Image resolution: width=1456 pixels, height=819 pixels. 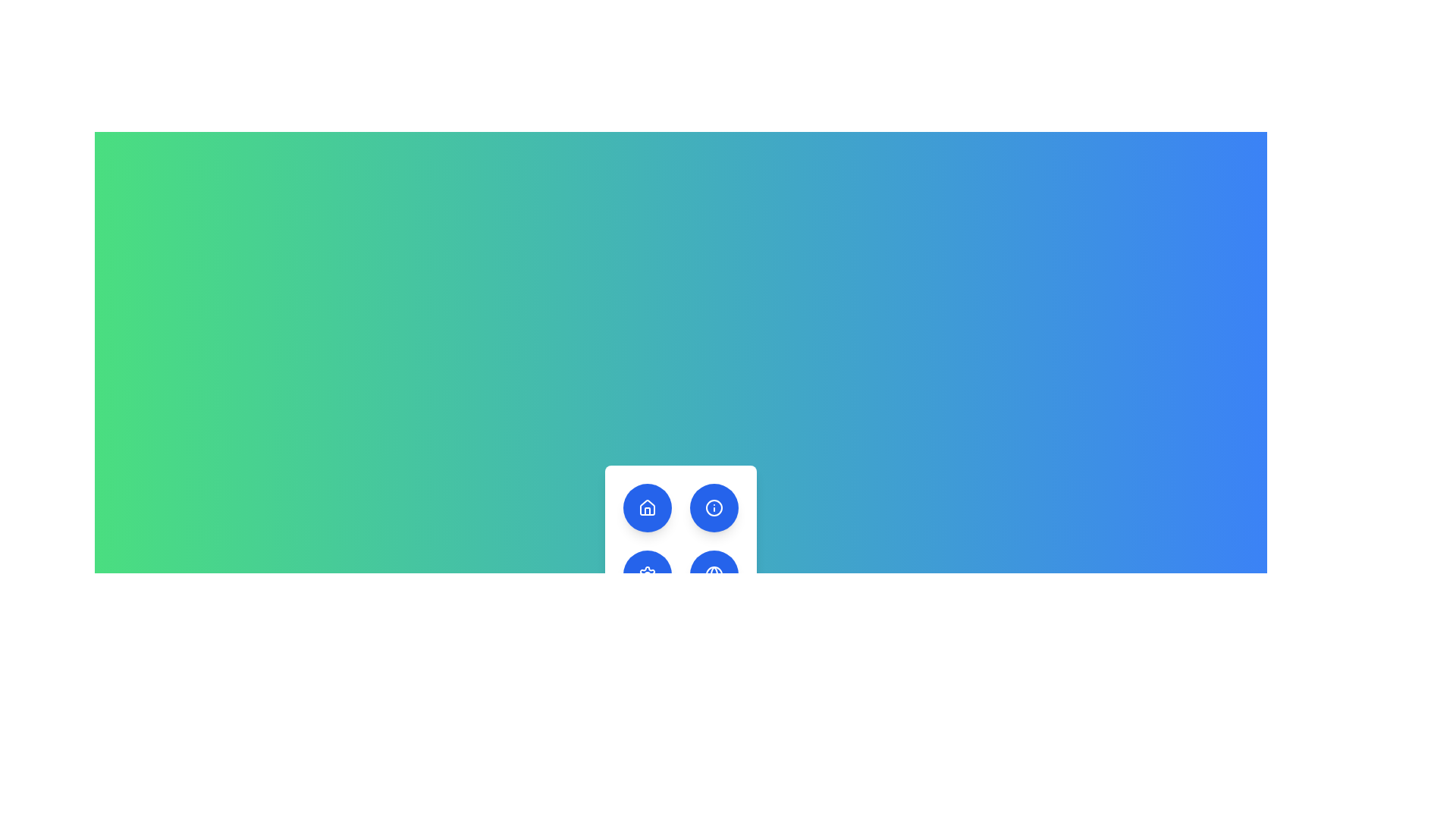 What do you see at coordinates (713, 575) in the screenshot?
I see `the circular globe icon with a blue background located in the bottom row and central column of the grid` at bounding box center [713, 575].